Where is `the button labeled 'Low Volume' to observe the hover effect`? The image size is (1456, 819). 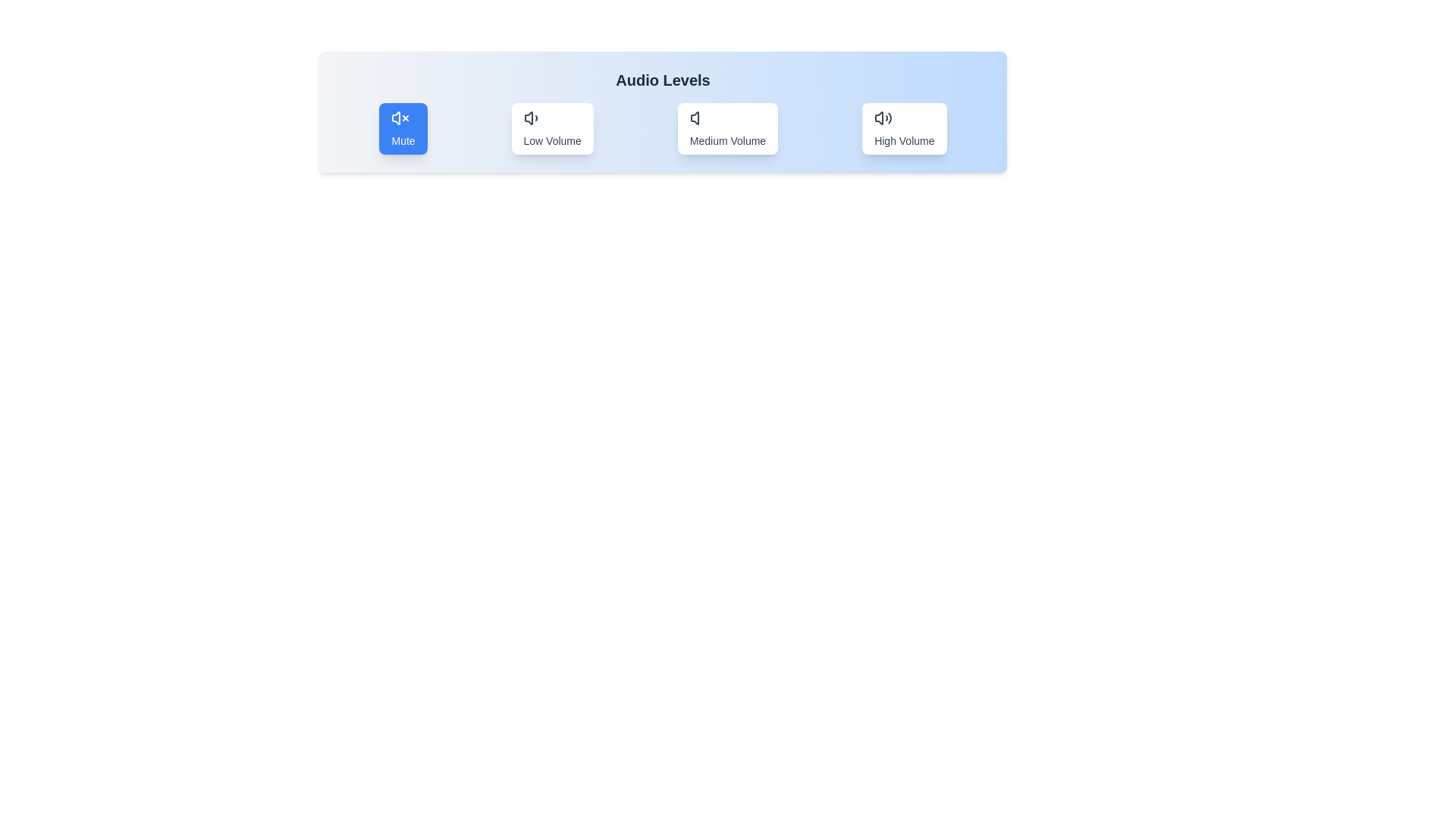 the button labeled 'Low Volume' to observe the hover effect is located at coordinates (552, 127).